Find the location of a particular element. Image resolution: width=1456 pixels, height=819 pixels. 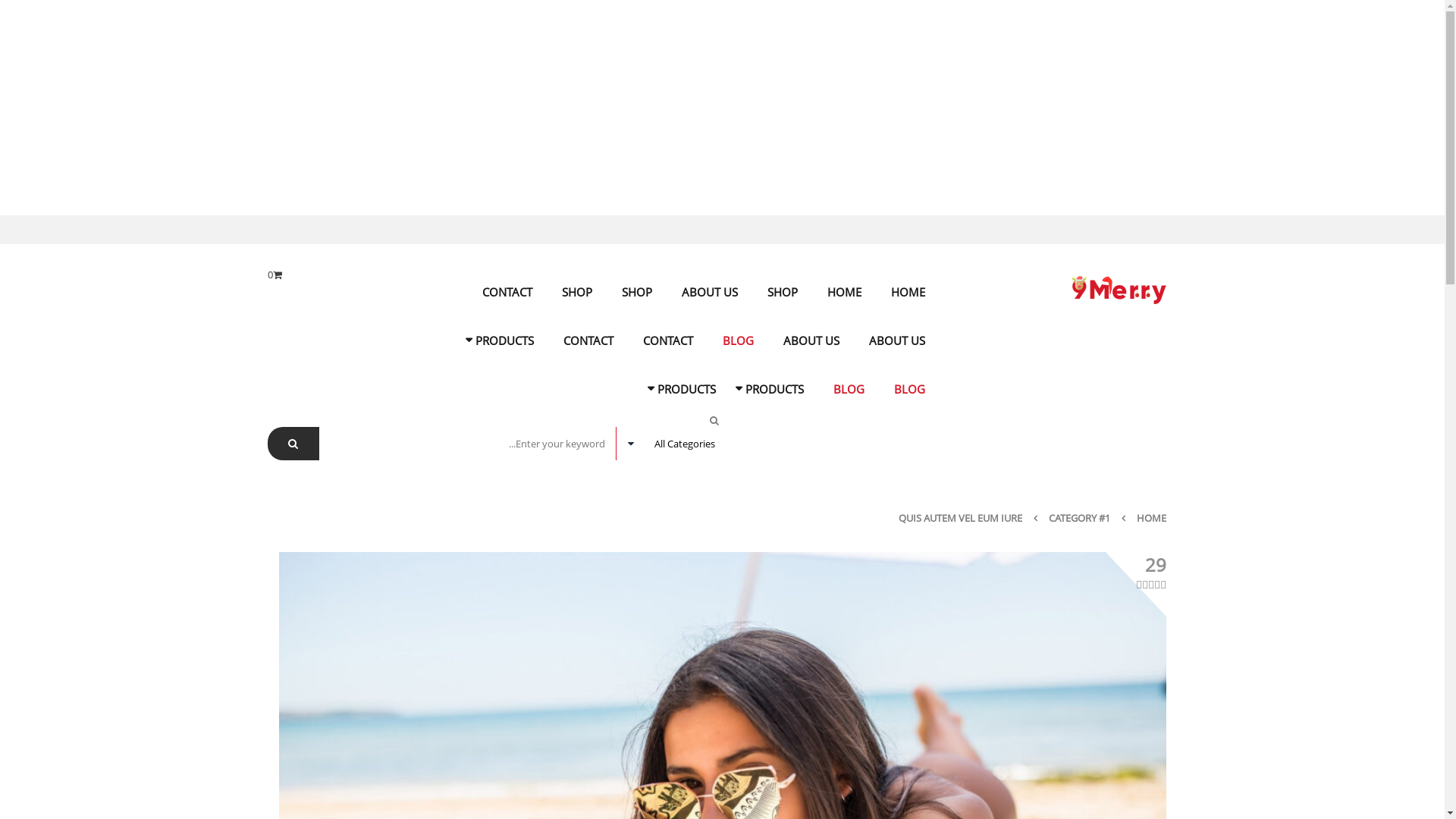

'0' is located at coordinates (274, 275).